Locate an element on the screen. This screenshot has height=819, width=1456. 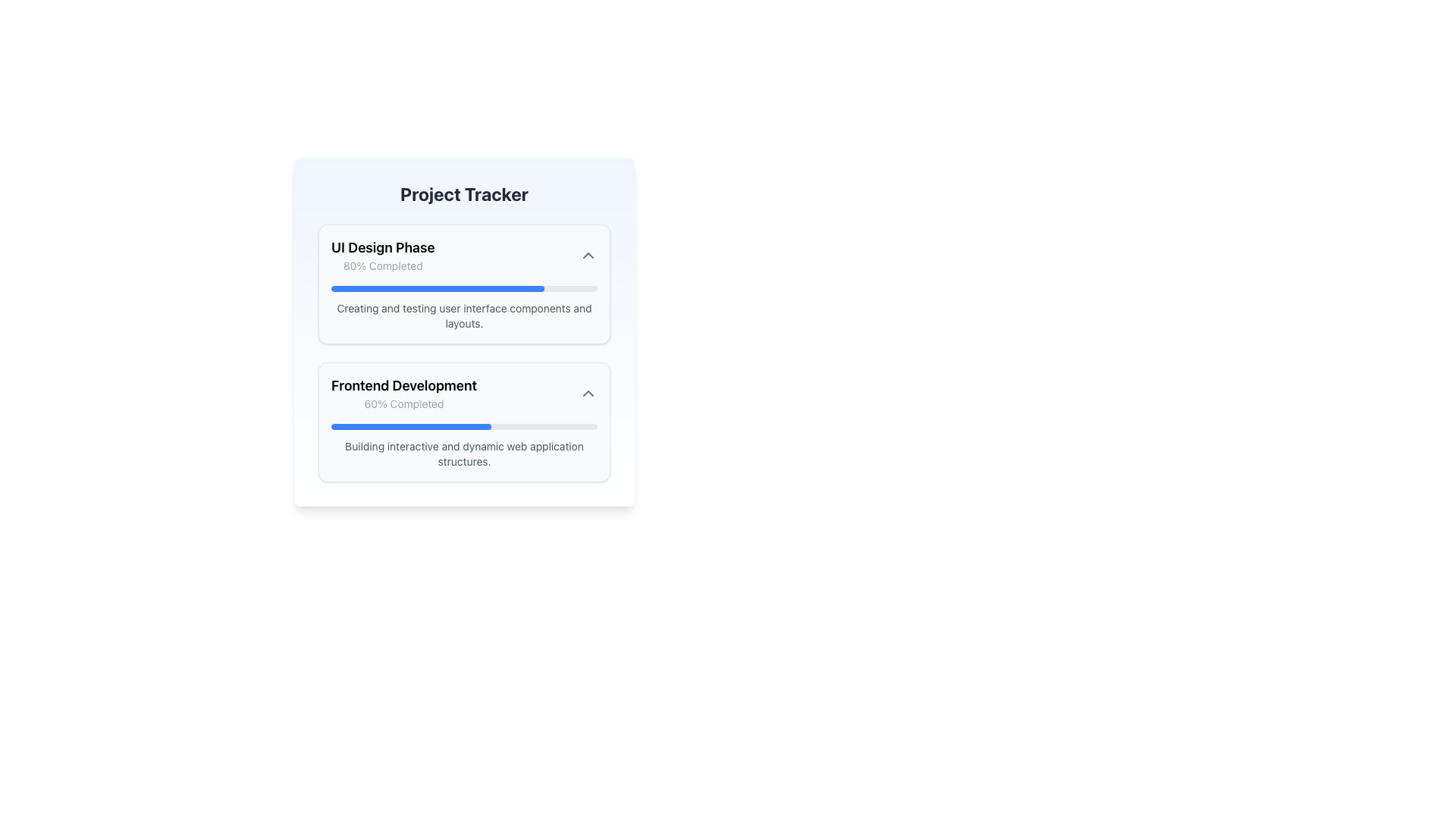
the text label displaying 'Building interactive and dynamic web application structures' located in the 'Frontend Development' section of the 'Project Tracker' interface, positioned below the progress bar indicating 60% completion is located at coordinates (463, 446).